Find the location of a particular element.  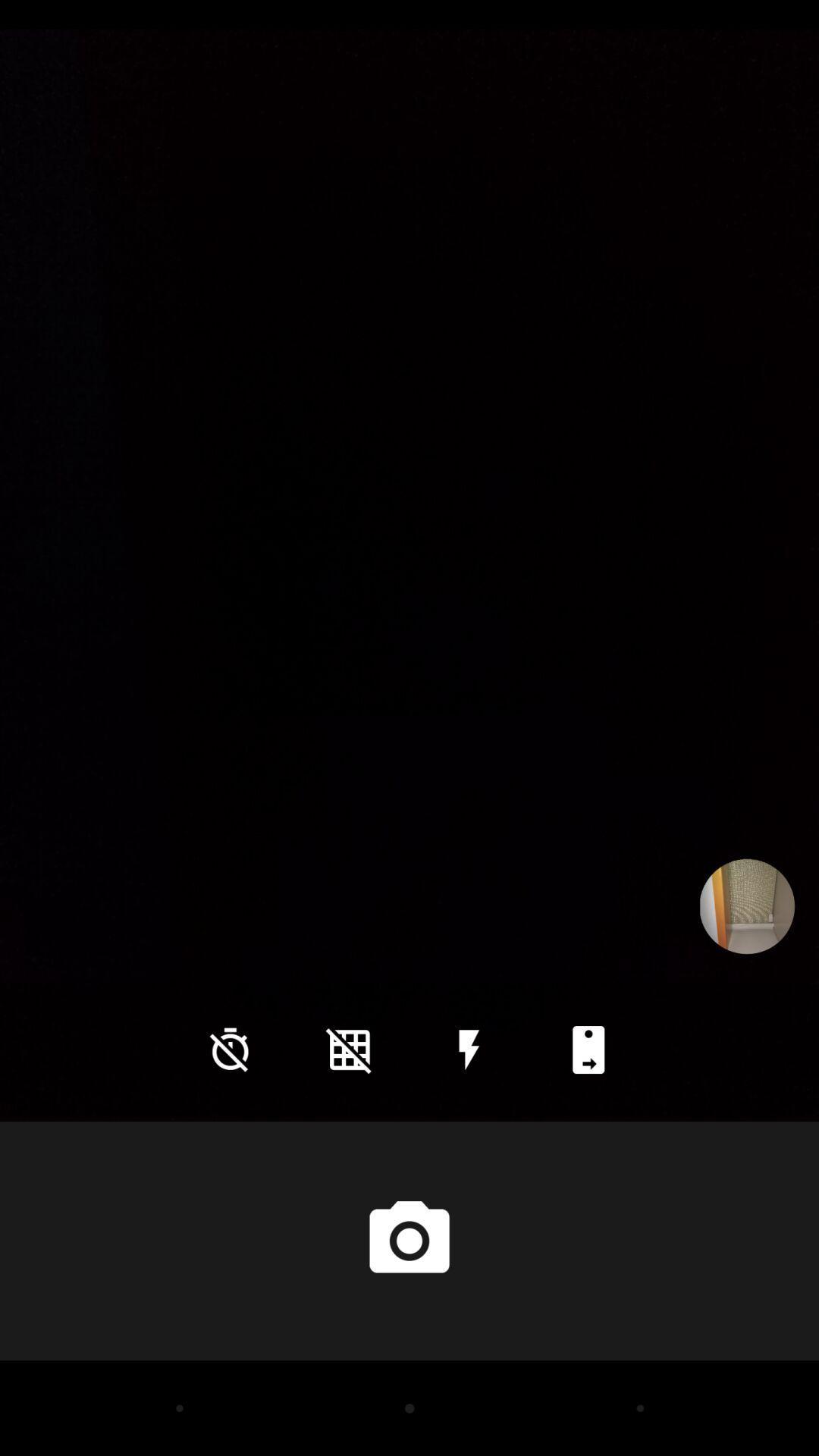

the item at the bottom right corner is located at coordinates (588, 1049).